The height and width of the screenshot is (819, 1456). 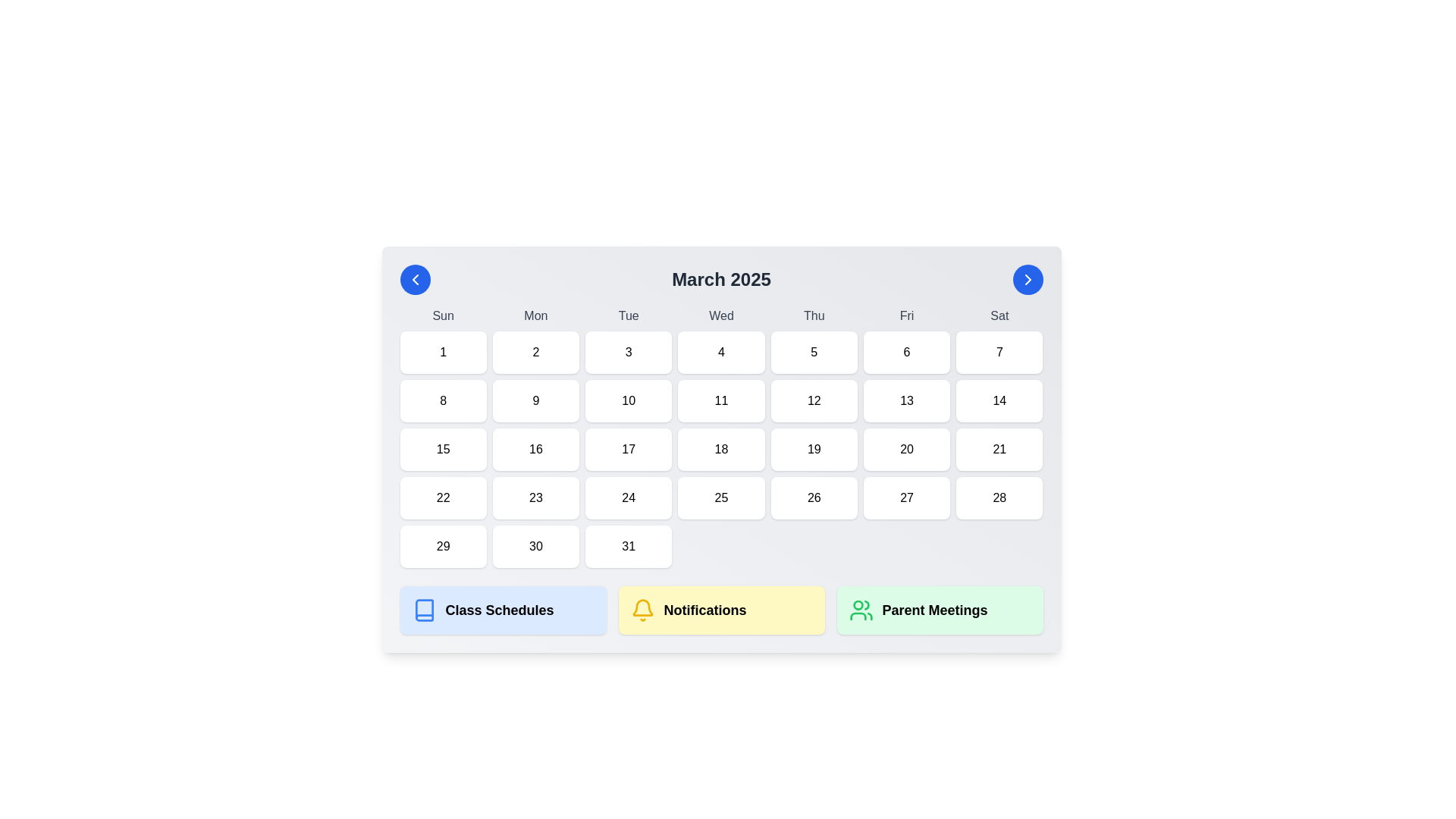 I want to click on the static text element displaying the number '28' in the Saturday column of the calendar grid, so click(x=999, y=497).